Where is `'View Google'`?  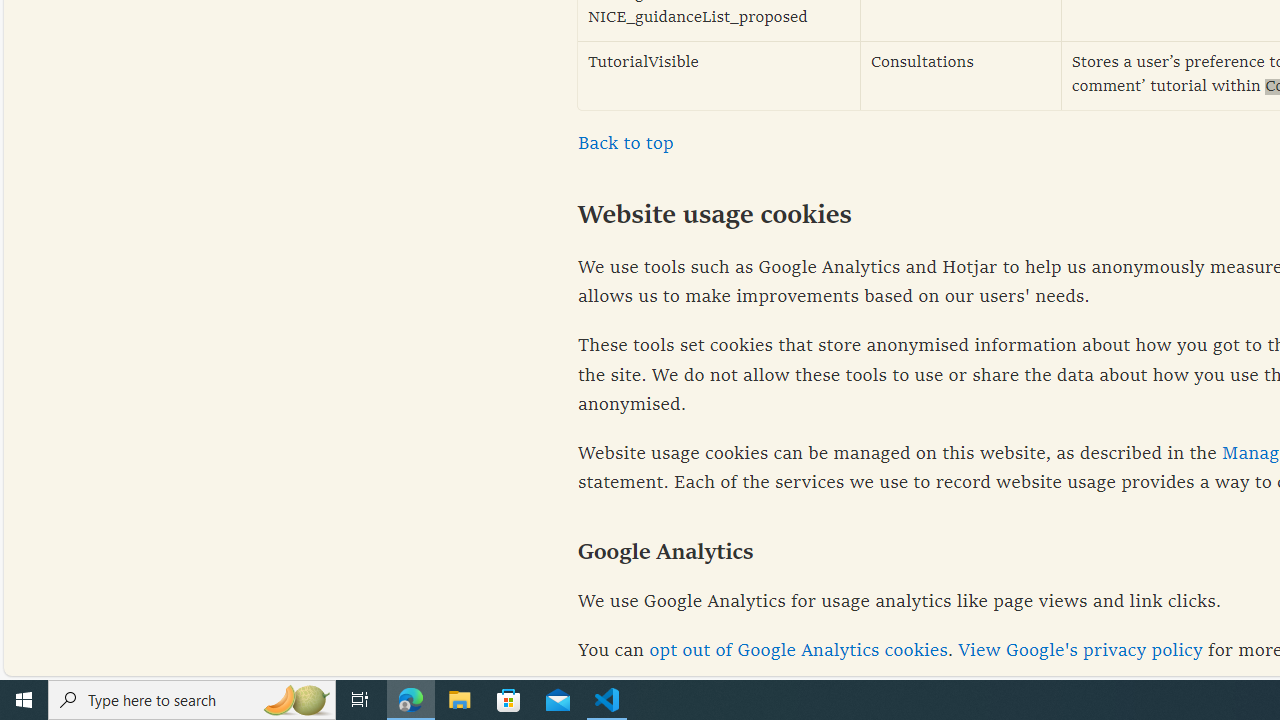 'View Google' is located at coordinates (1079, 651).